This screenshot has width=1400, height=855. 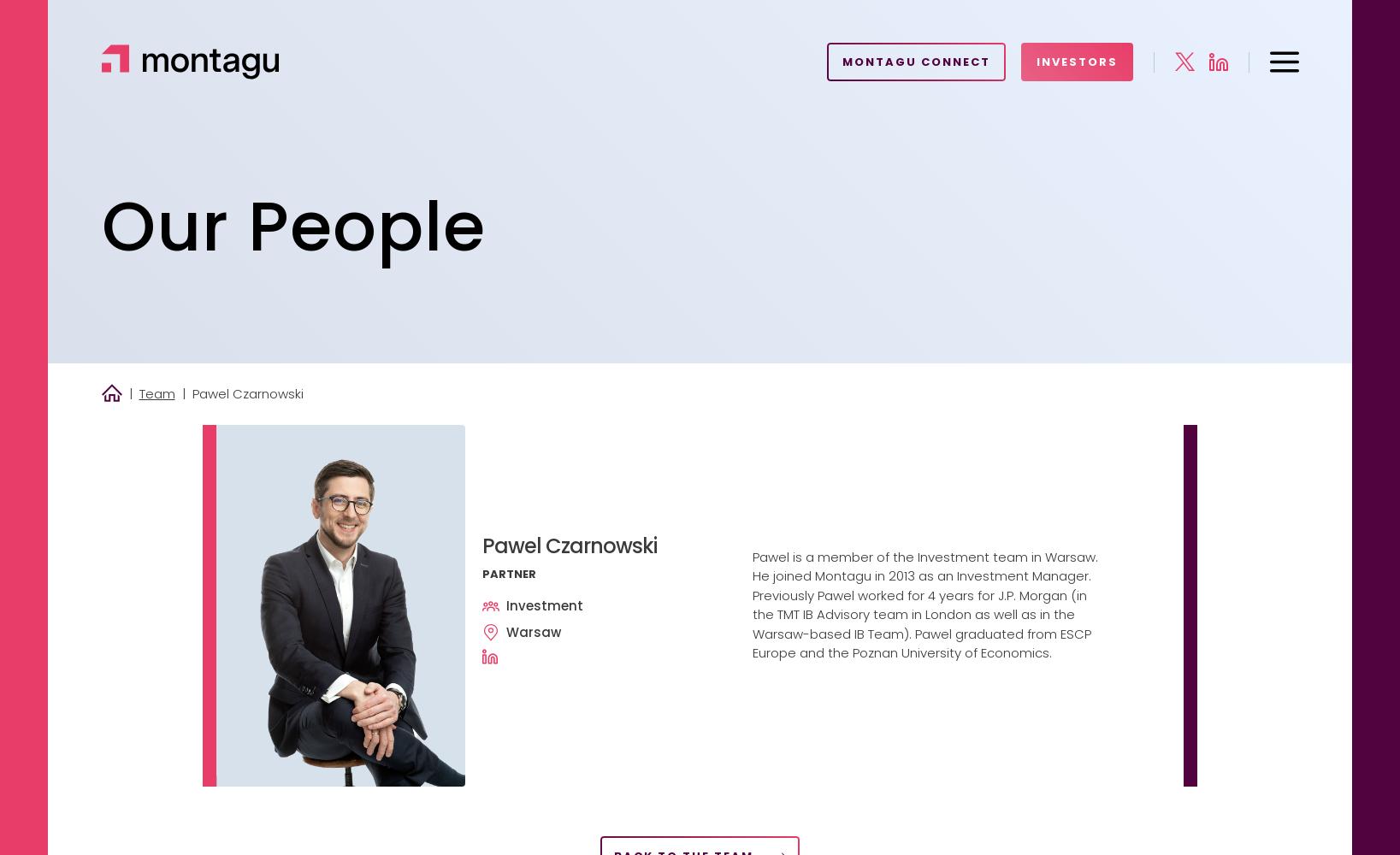 What do you see at coordinates (292, 227) in the screenshot?
I see `'Our People'` at bounding box center [292, 227].